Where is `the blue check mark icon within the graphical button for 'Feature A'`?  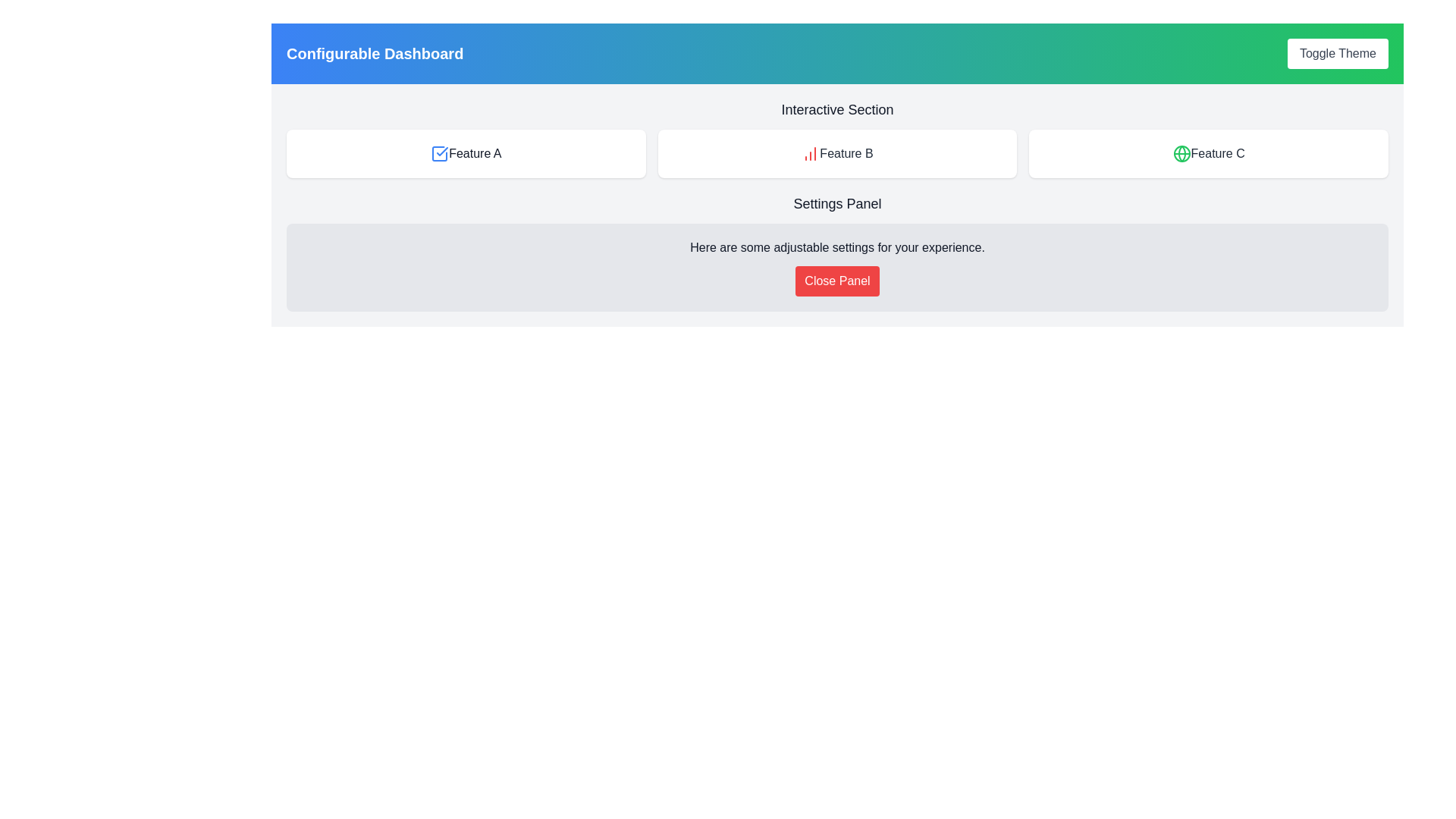
the blue check mark icon within the graphical button for 'Feature A' is located at coordinates (441, 152).